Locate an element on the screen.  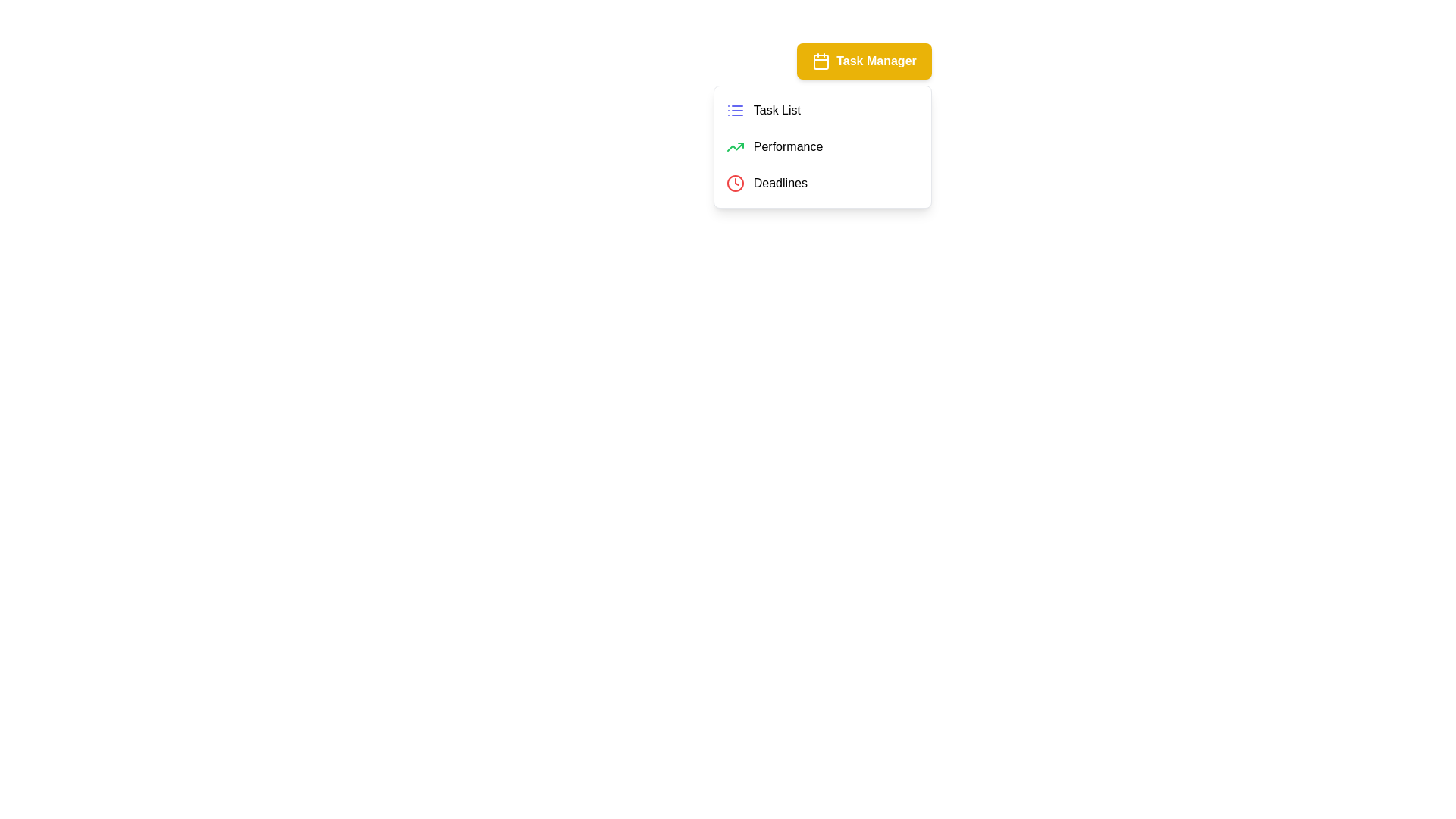
the menu item Task List from the TaskManagementMenu is located at coordinates (821, 110).